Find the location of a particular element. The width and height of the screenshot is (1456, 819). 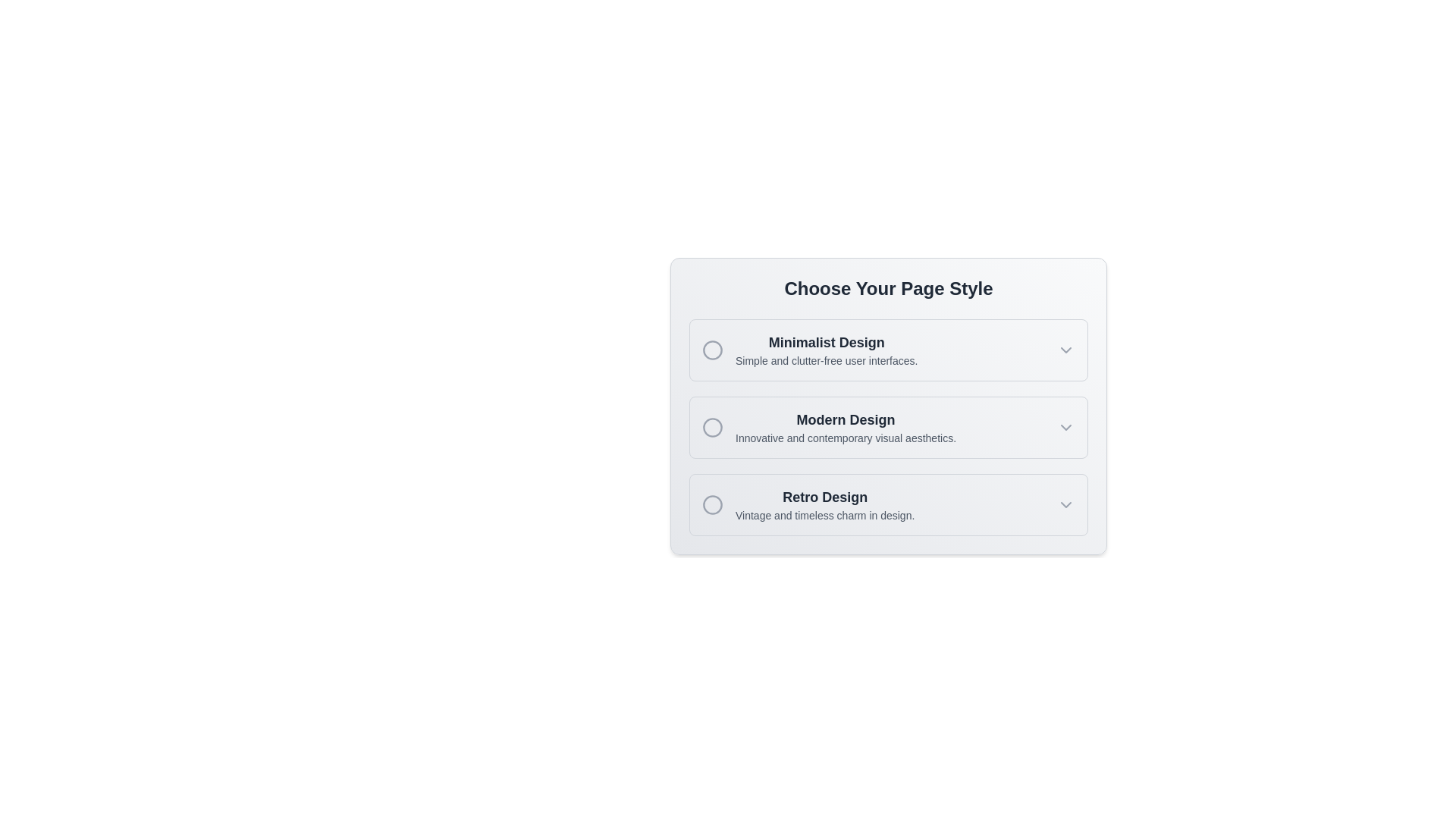

text display component titled 'Retro Design' that provides a subtitle 'Vintage and timeless charm in design' to understand the option description is located at coordinates (824, 505).